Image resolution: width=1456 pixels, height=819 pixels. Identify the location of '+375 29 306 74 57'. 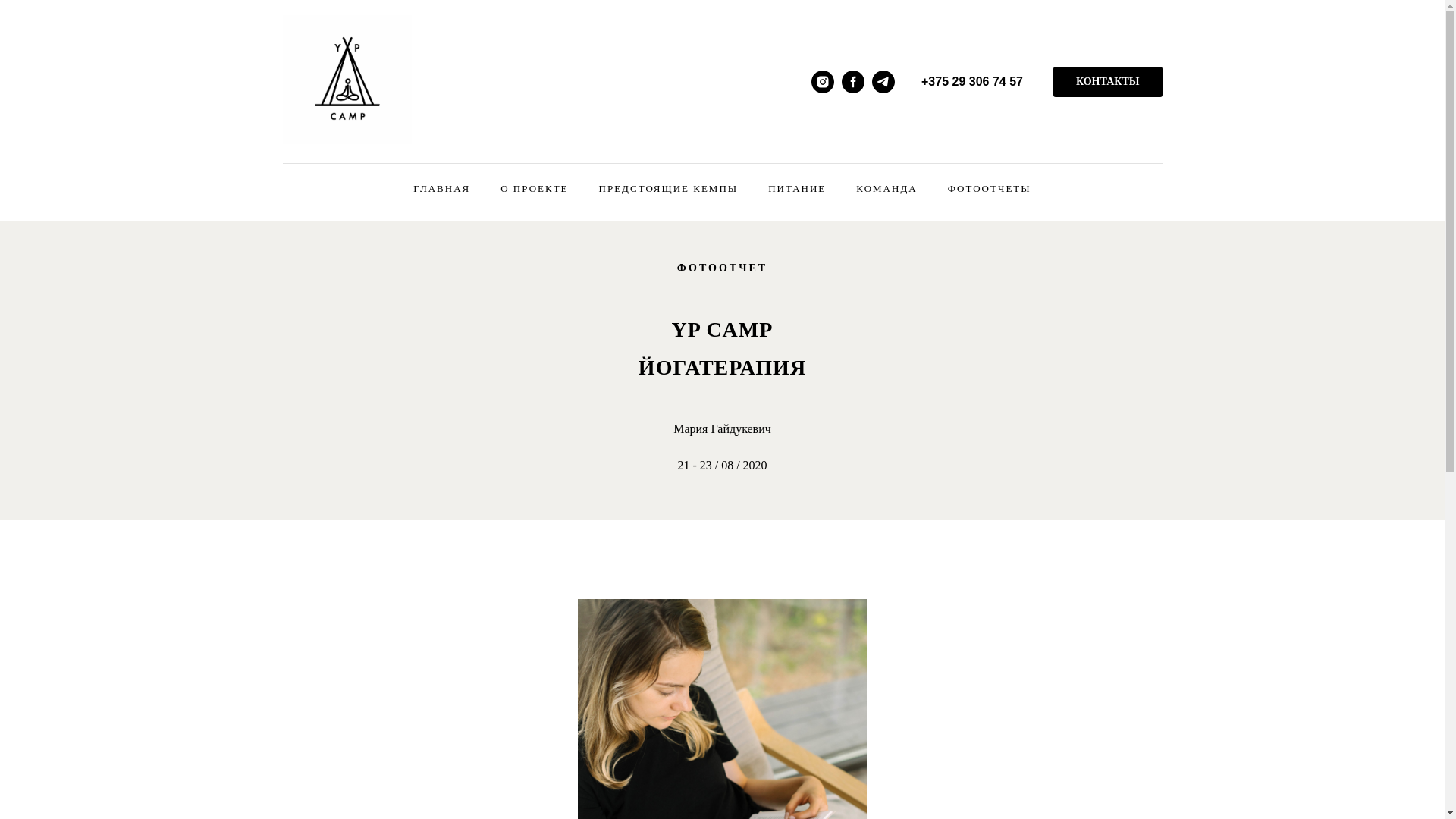
(971, 81).